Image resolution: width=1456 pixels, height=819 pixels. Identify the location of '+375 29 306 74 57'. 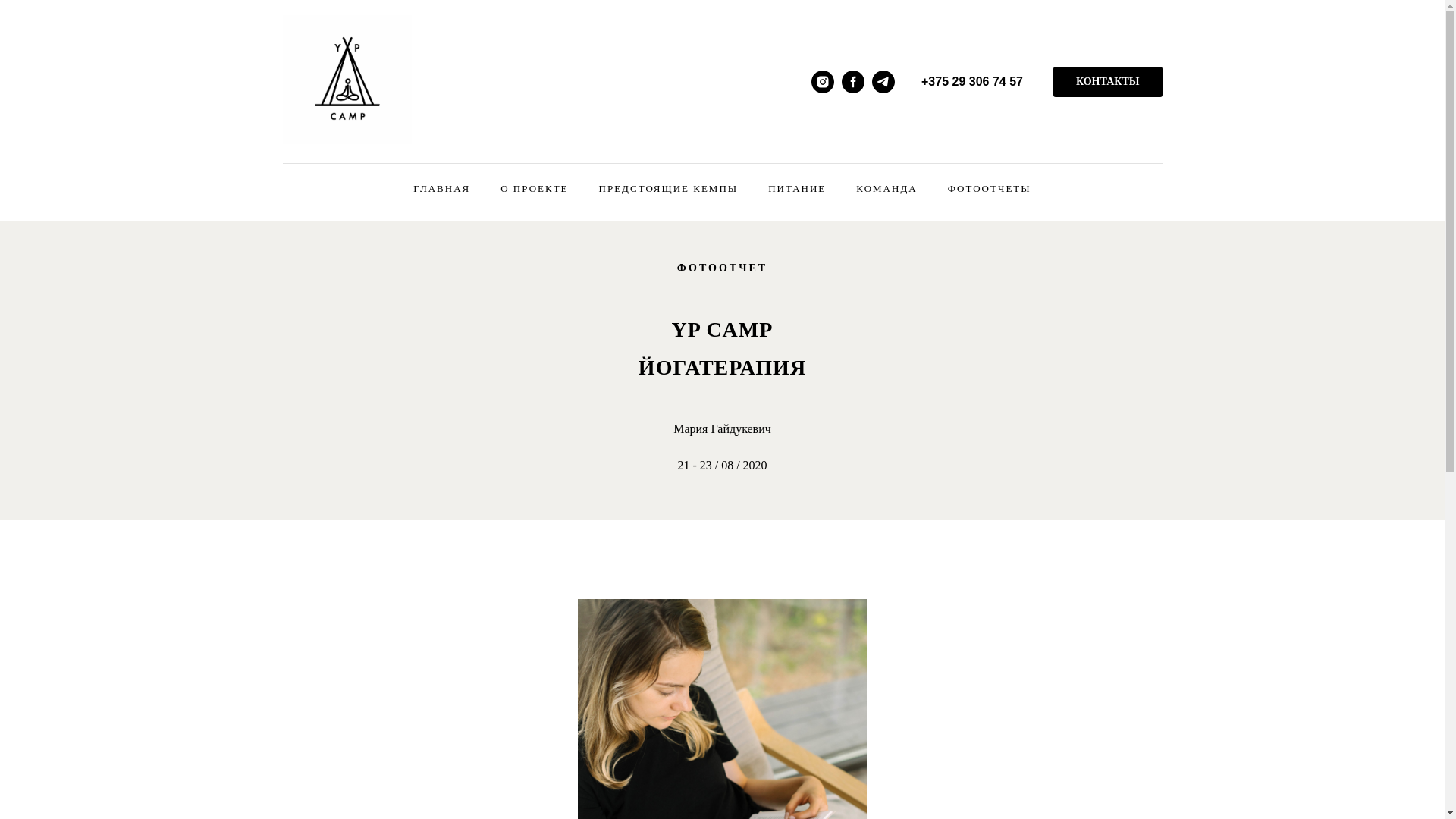
(971, 81).